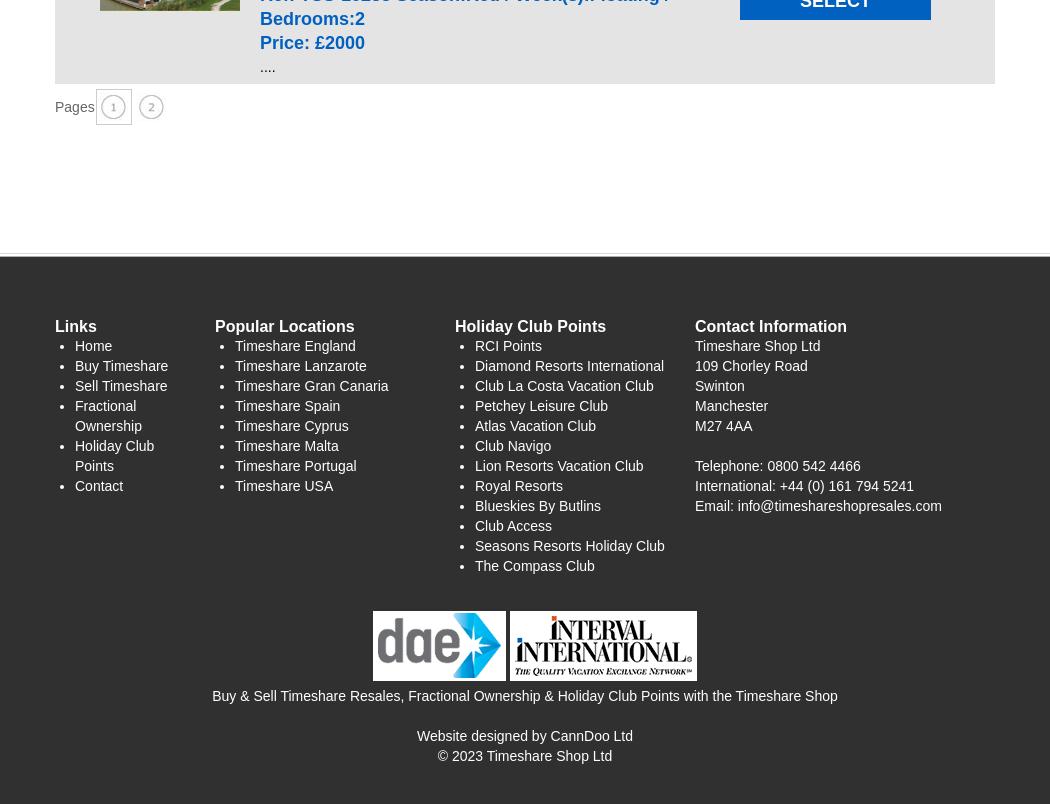  Describe the element at coordinates (803, 483) in the screenshot. I see `'International: +44 (0) 161 794 5241'` at that location.